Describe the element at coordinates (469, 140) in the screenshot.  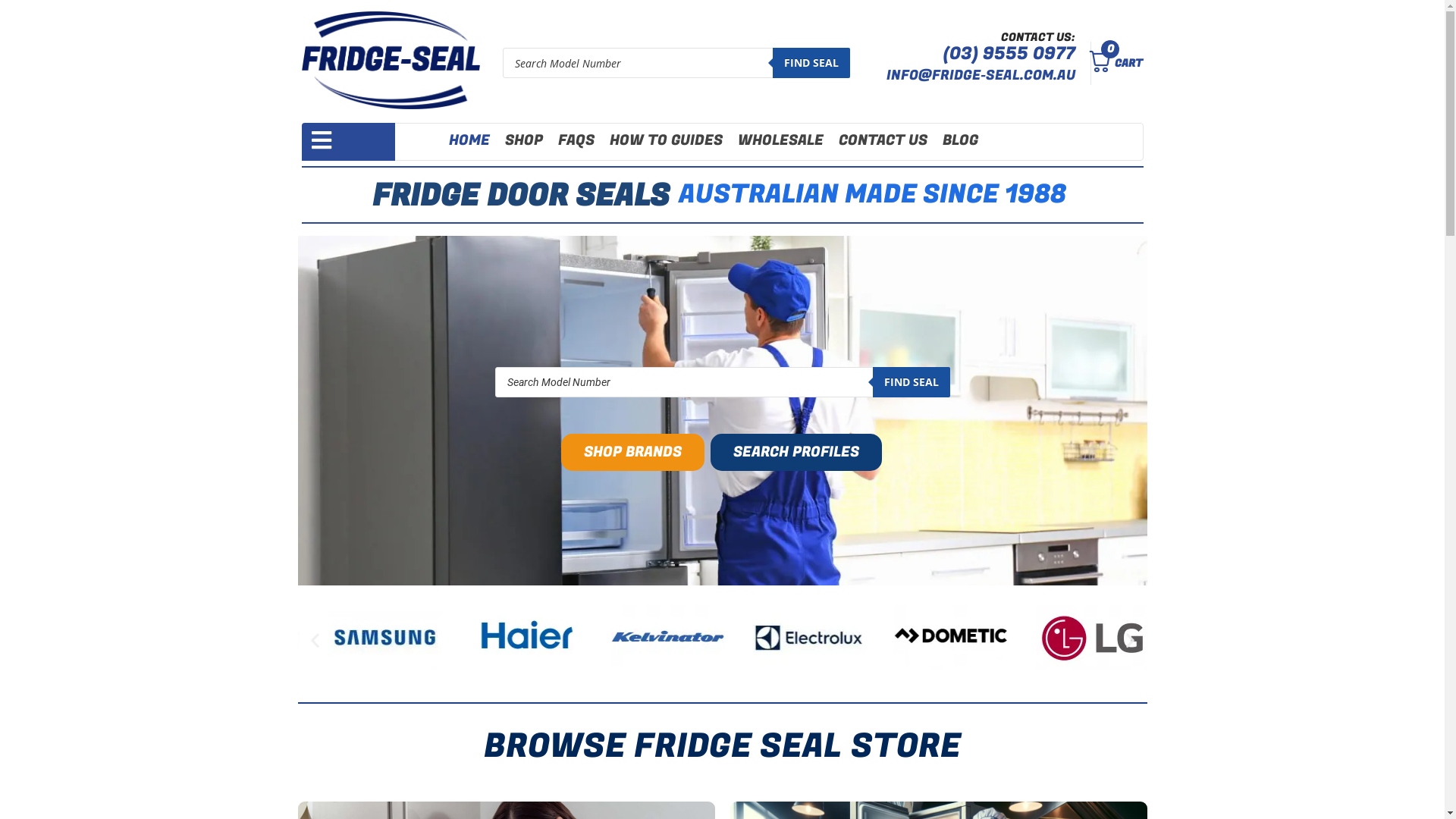
I see `'HOME'` at that location.